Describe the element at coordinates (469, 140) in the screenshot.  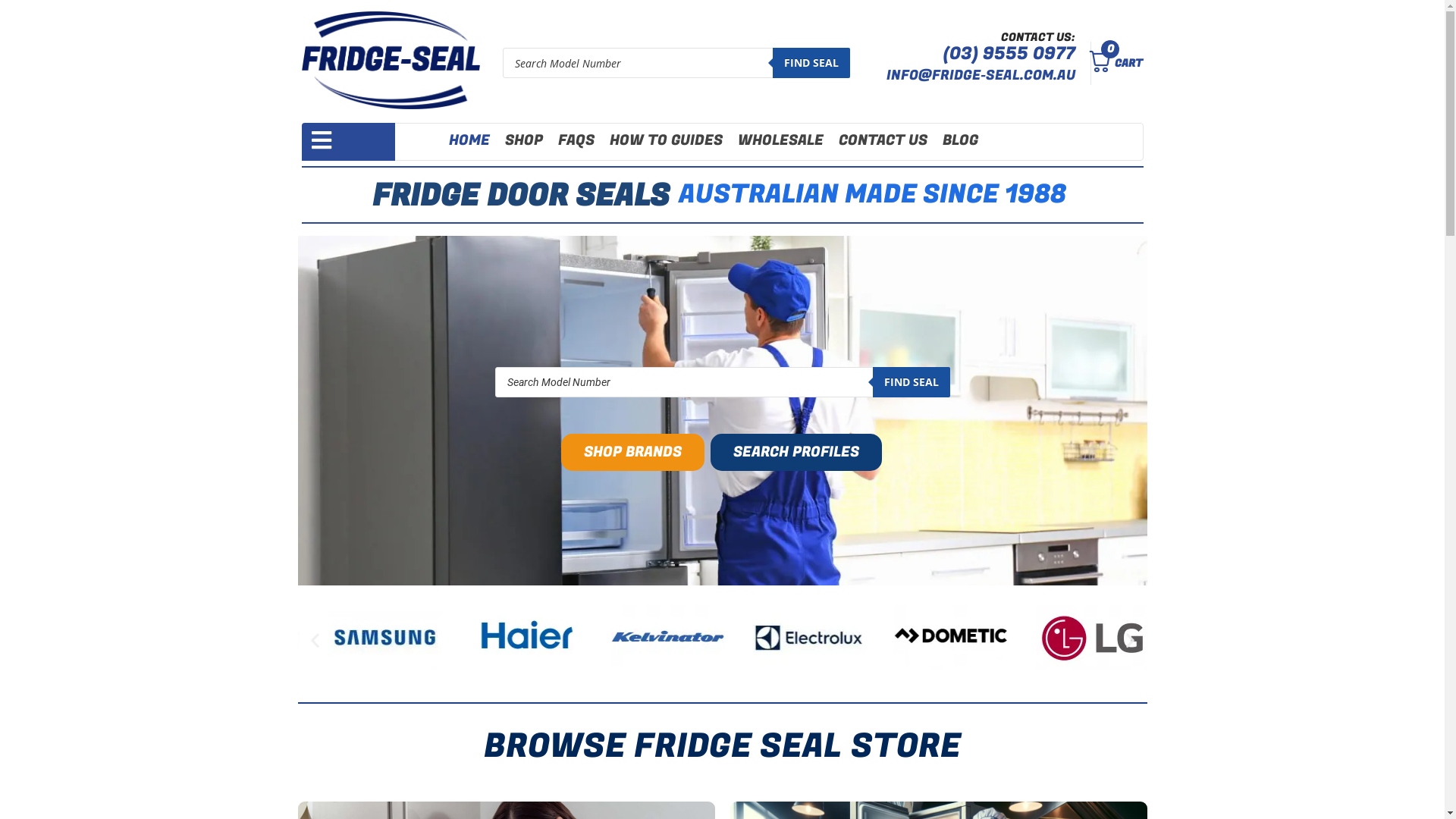
I see `'HOME'` at that location.